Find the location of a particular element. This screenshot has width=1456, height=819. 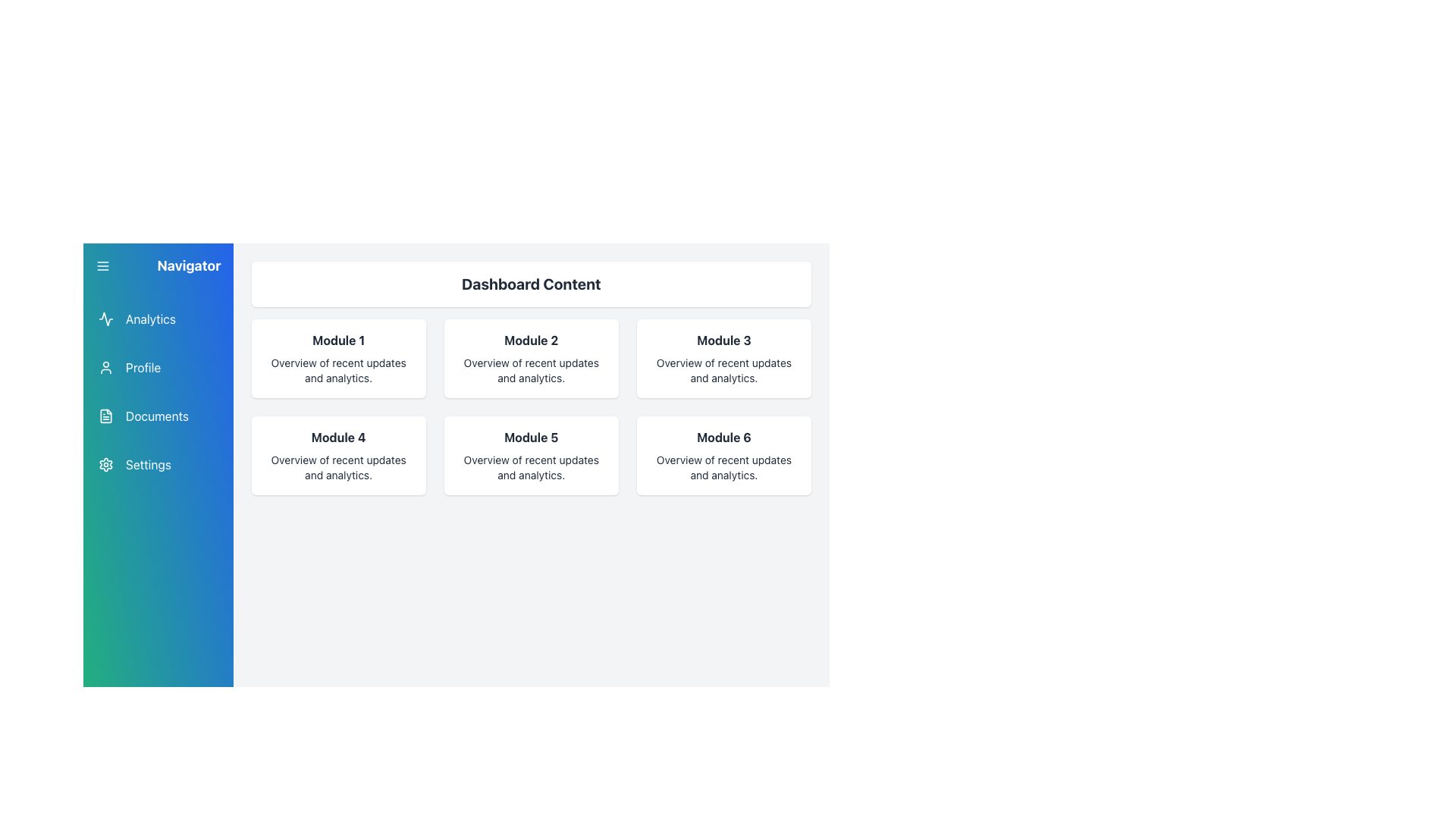

the text label displaying 'Overview of recent updates and analytics.' which is styled with a small font size and gray text color, positioned below the bold header 'Module 3' is located at coordinates (723, 371).